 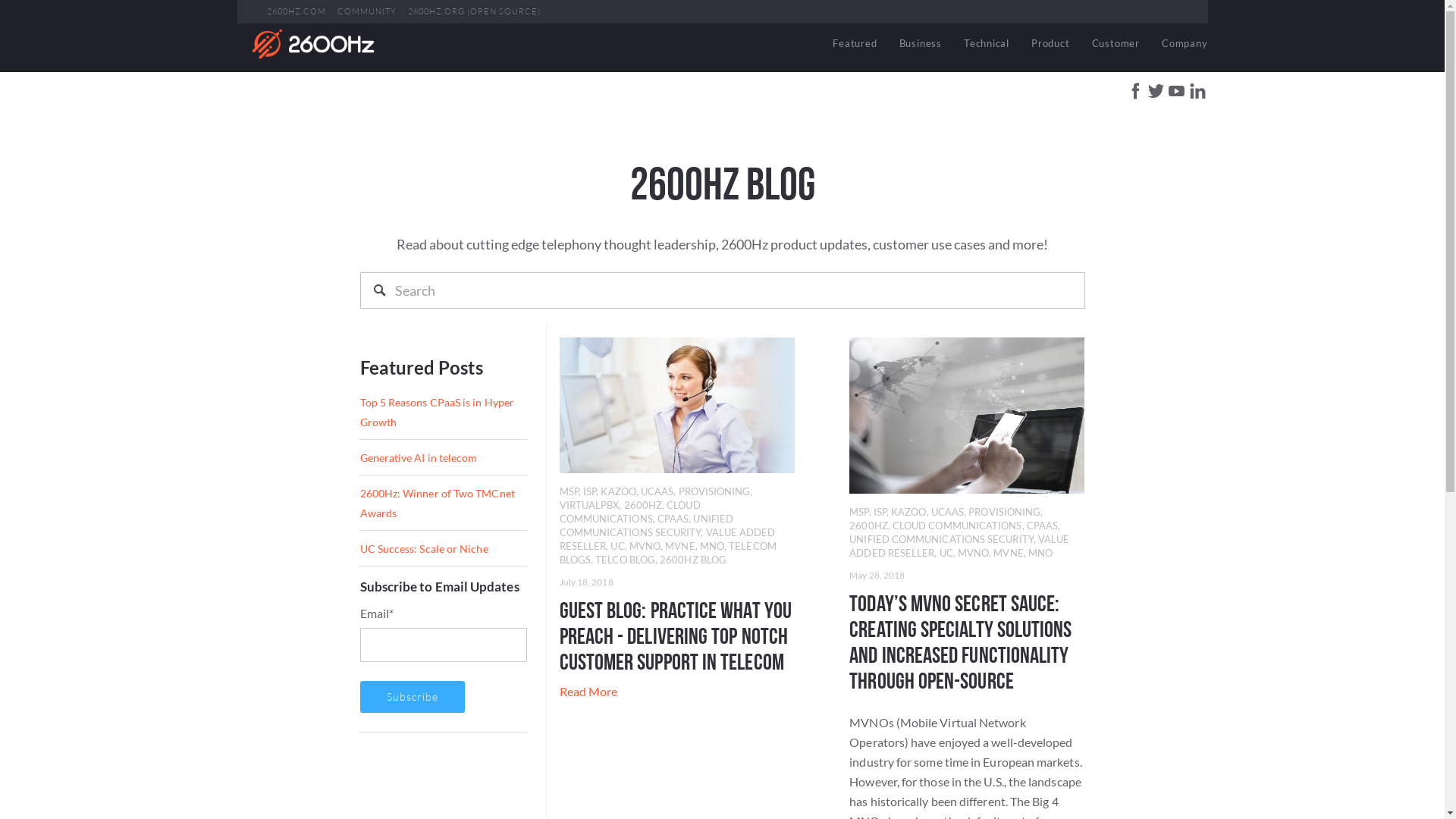 I want to click on 'Read More', so click(x=588, y=691).